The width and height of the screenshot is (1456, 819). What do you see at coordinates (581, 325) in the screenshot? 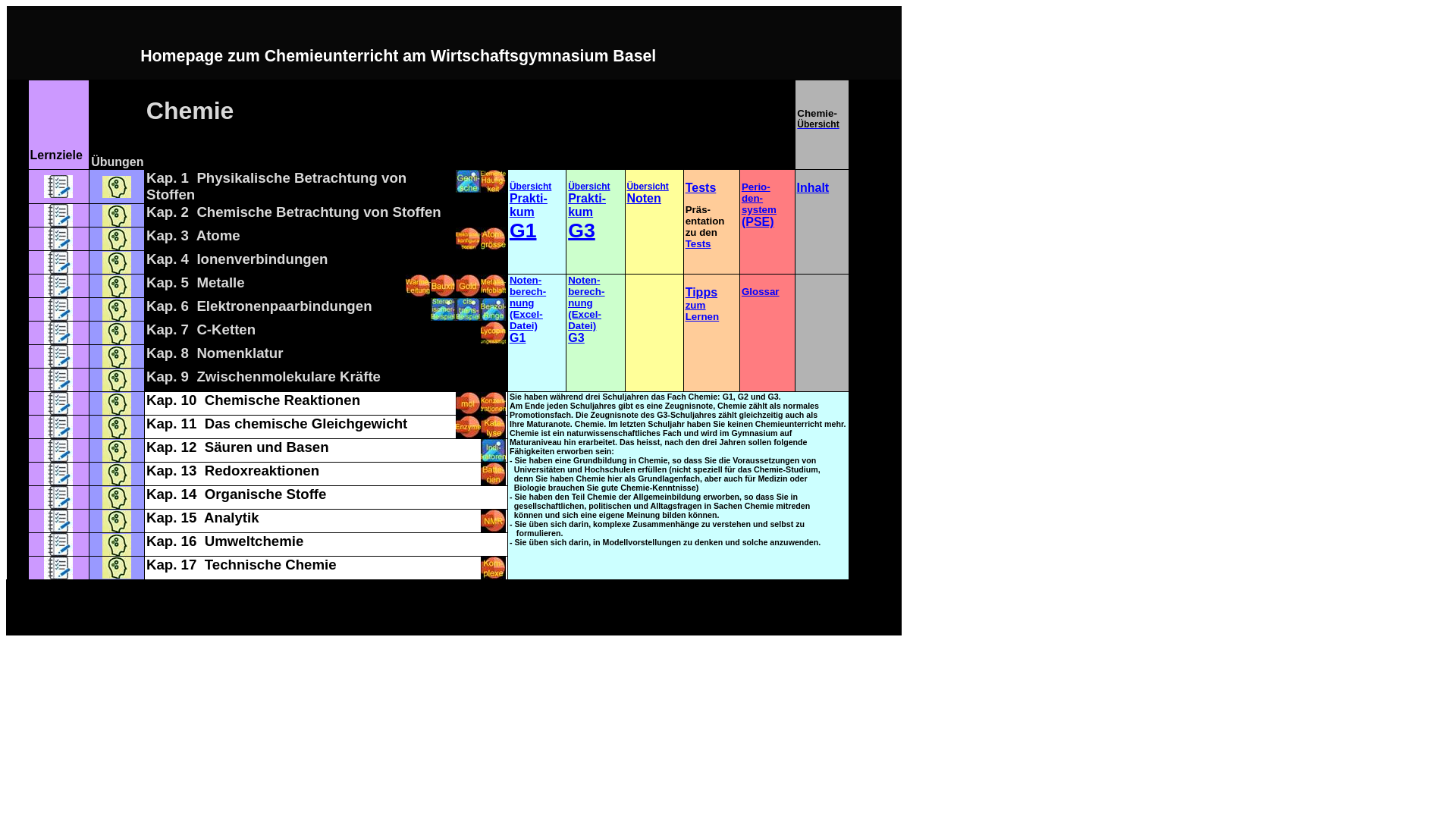
I see `'Datei)'` at bounding box center [581, 325].